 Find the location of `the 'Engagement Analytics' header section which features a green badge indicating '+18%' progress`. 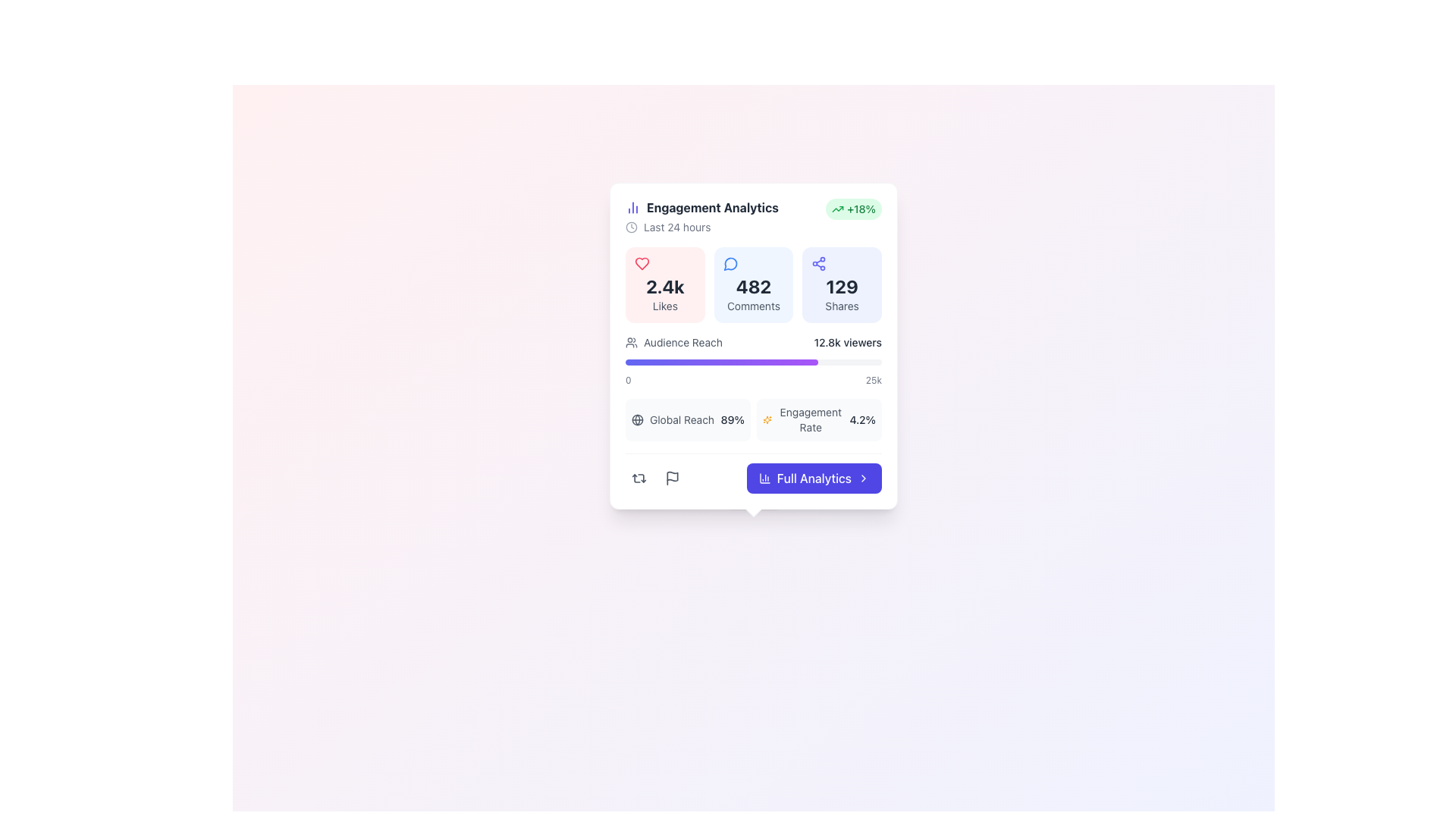

the 'Engagement Analytics' header section which features a green badge indicating '+18%' progress is located at coordinates (753, 216).